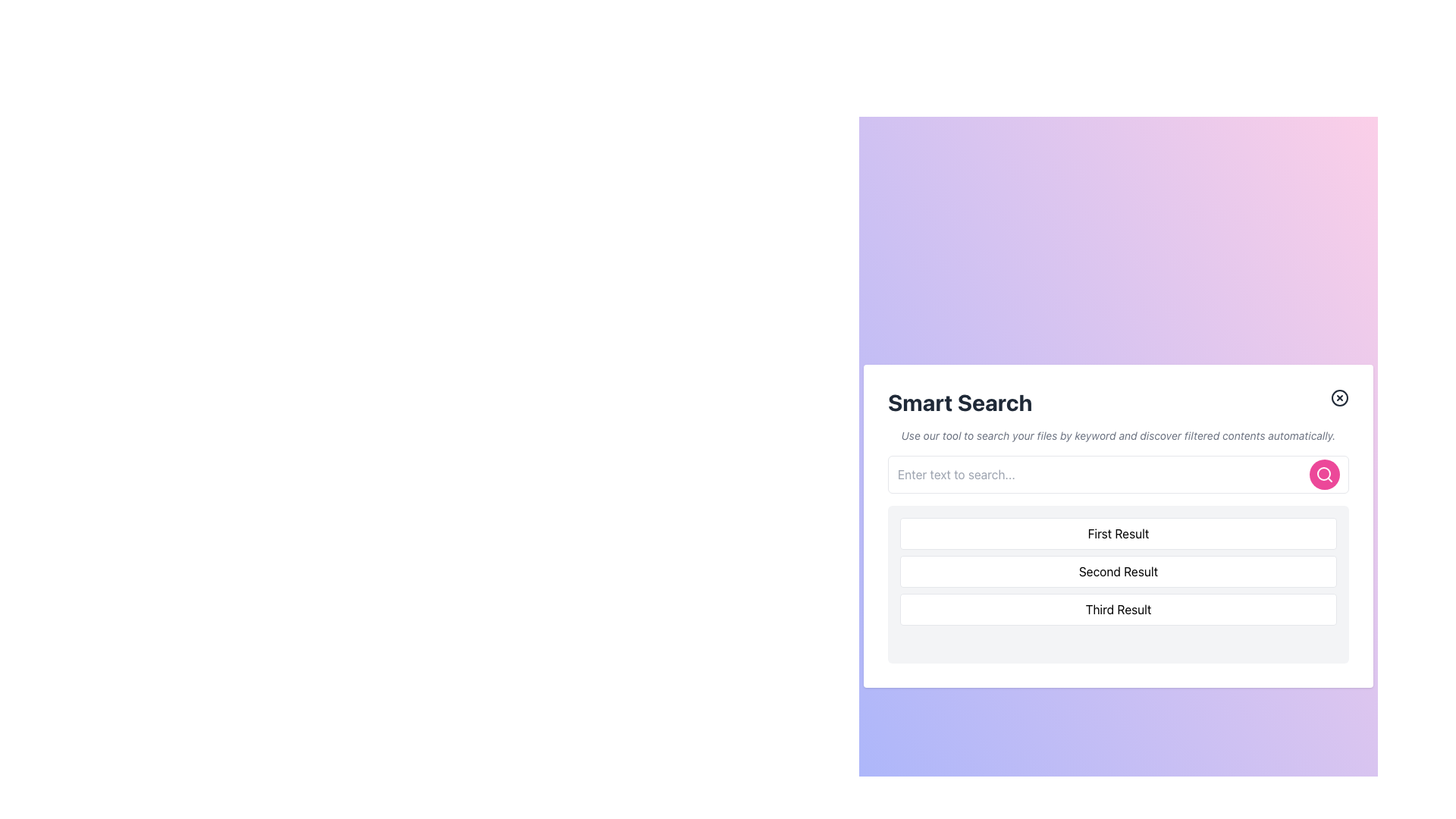 This screenshot has width=1456, height=819. What do you see at coordinates (959, 402) in the screenshot?
I see `the bold, large-sized text label reading 'Smart Search', which is located in the upper-left area of the interface, slightly to the left of the close button` at bounding box center [959, 402].